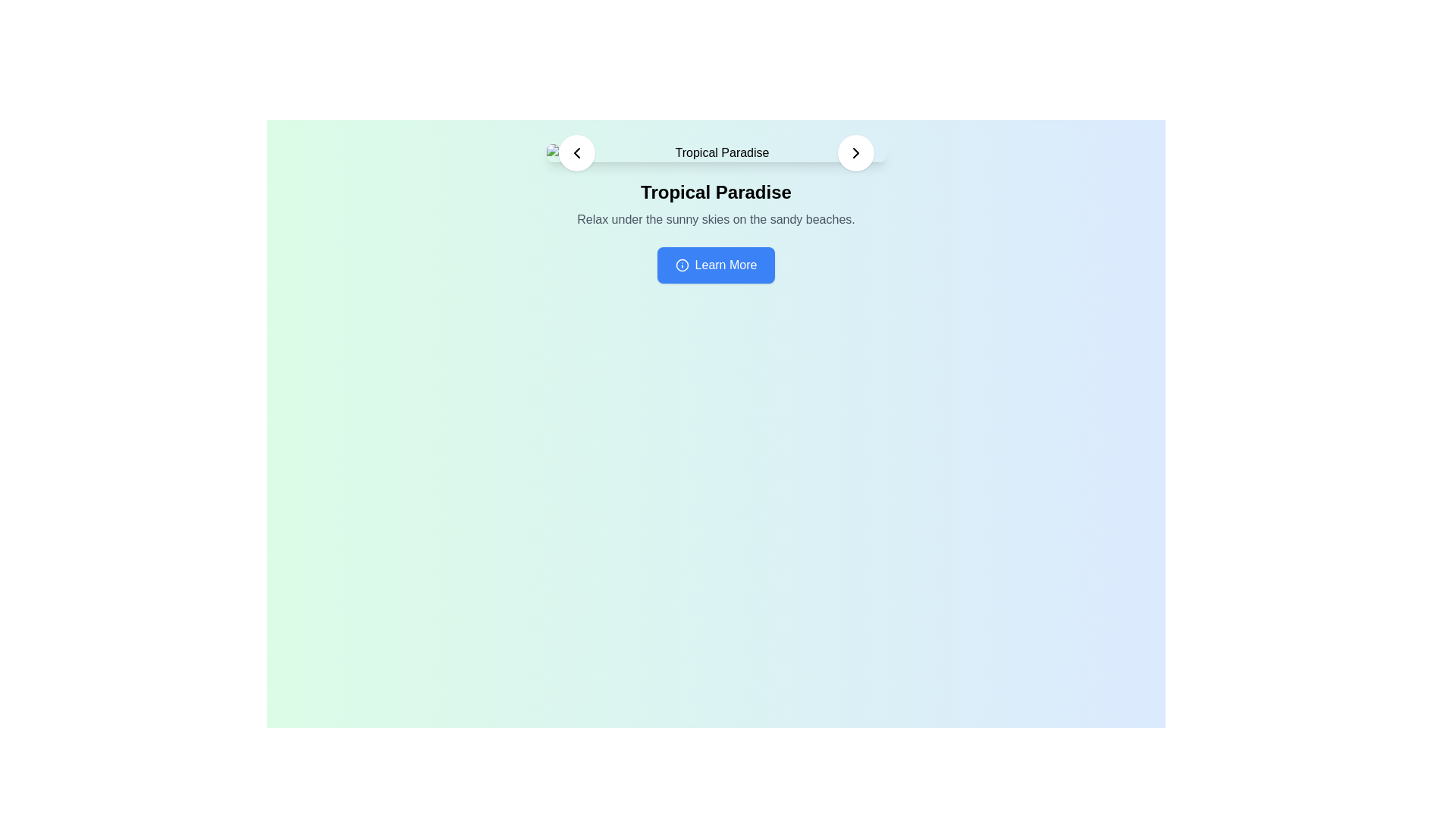 The image size is (1456, 819). What do you see at coordinates (576, 152) in the screenshot?
I see `the SVG Icon within the white circular button` at bounding box center [576, 152].